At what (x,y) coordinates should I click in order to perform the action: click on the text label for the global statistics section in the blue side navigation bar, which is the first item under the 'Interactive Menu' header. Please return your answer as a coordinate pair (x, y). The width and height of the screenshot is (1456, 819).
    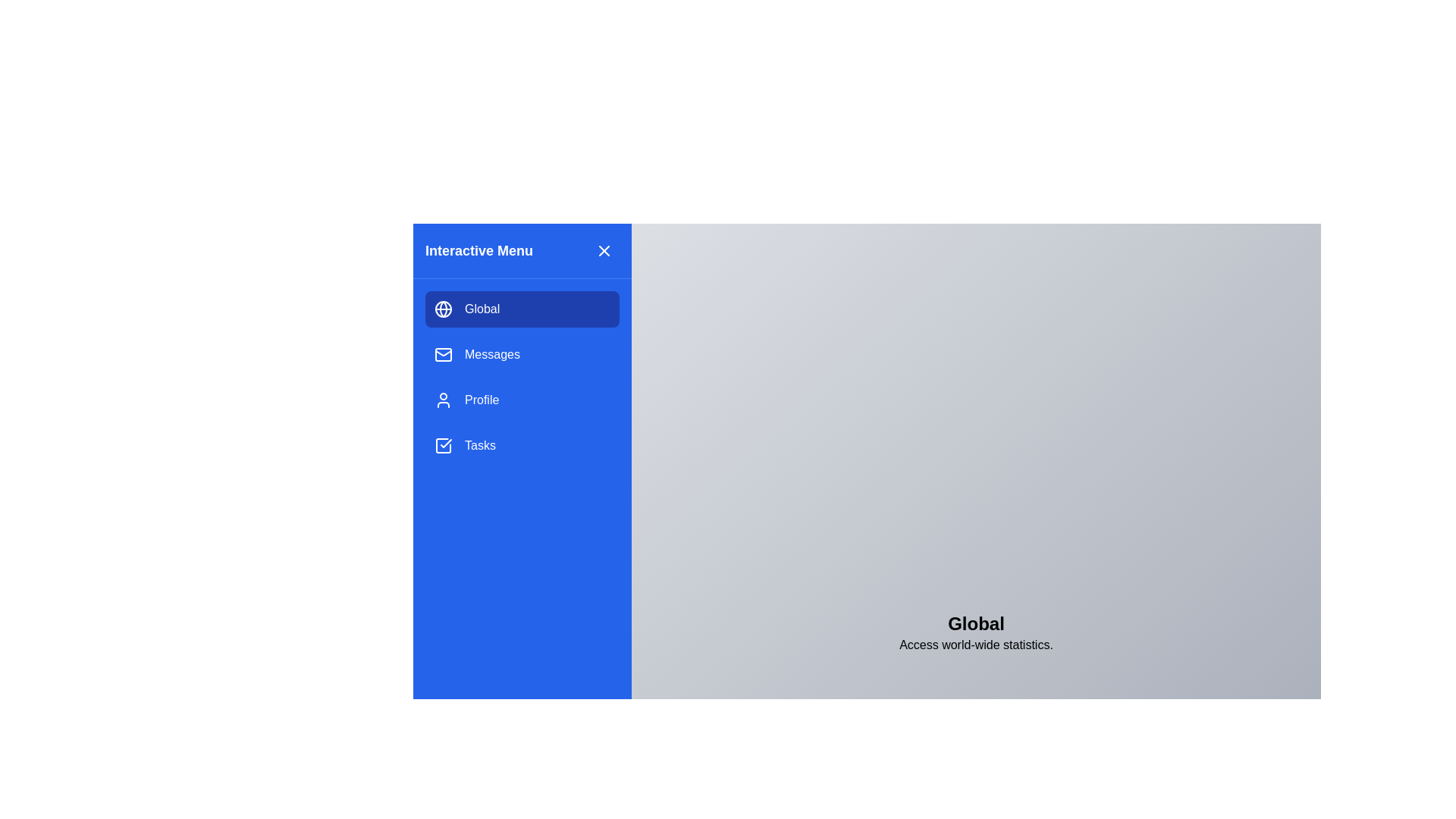
    Looking at the image, I should click on (482, 309).